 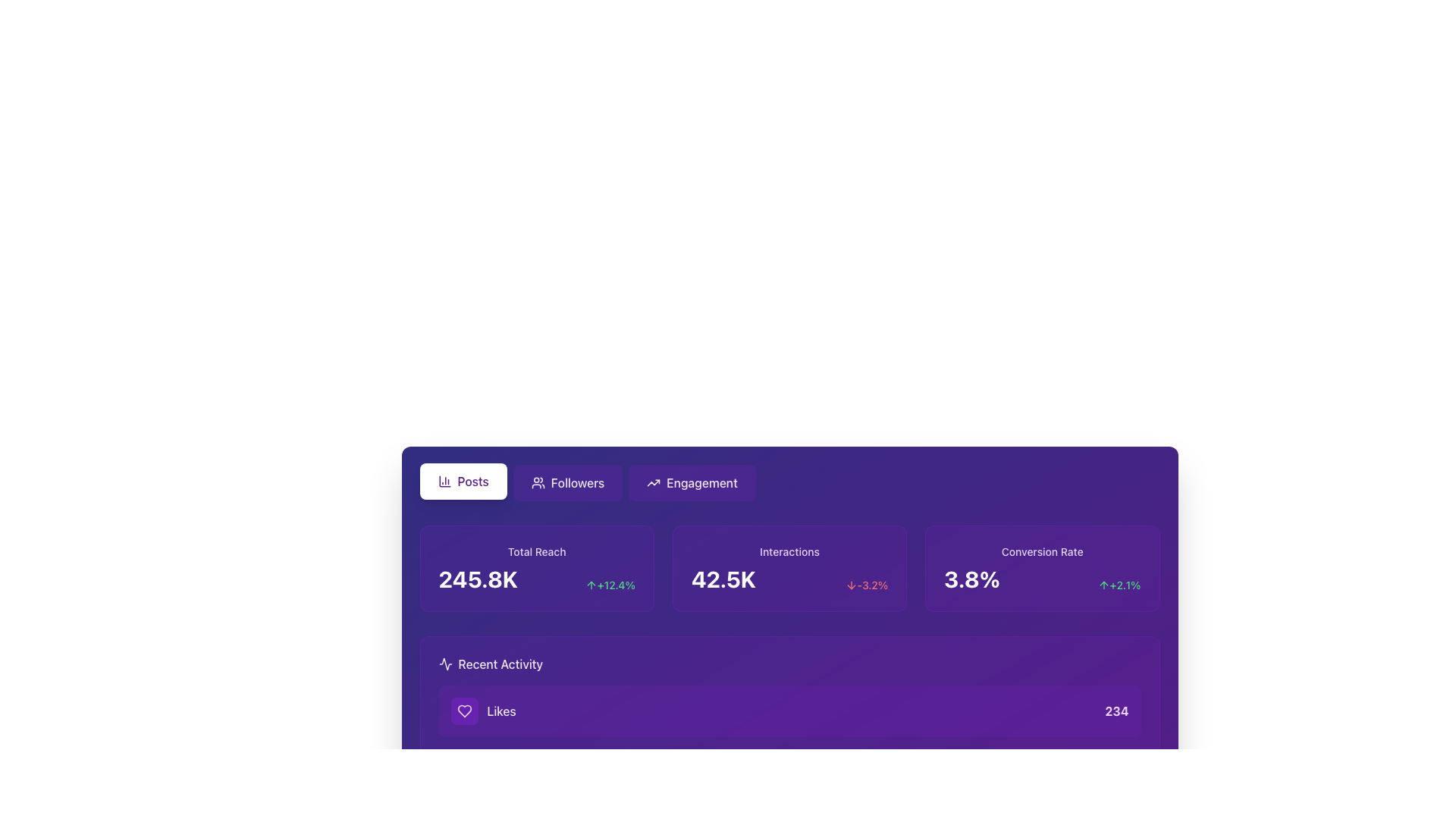 I want to click on the upward-pointing green arrow icon associated with the '+12.4%' text in the 'Total Reach' section of the interface, so click(x=590, y=584).